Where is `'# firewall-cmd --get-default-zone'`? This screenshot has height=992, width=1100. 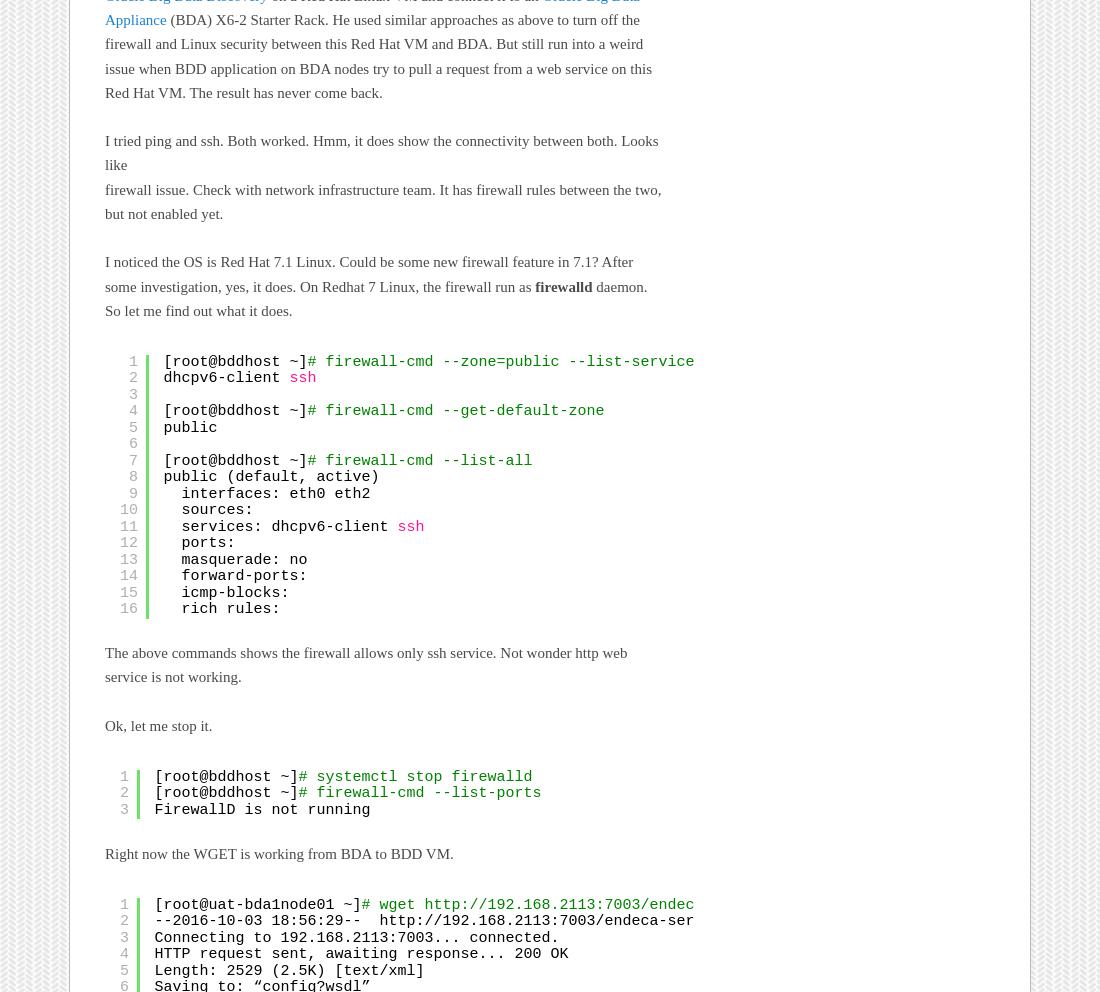
'# firewall-cmd --get-default-zone' is located at coordinates (459, 412).